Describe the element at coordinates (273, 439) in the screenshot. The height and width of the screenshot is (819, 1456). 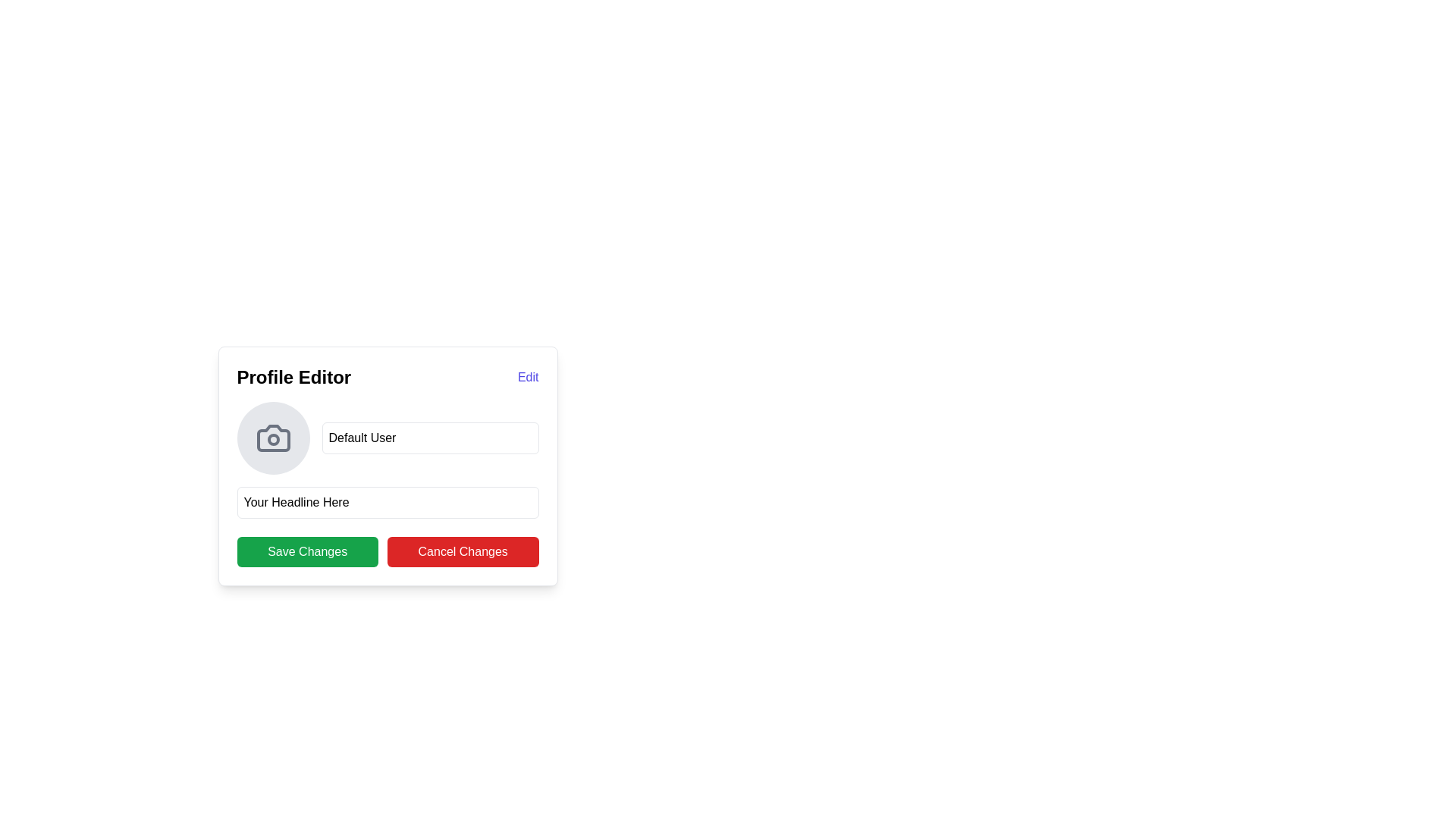
I see `the small circular Decorative SVG shape element that is located at the center of the camera icon in the Profile Editor UI section, which is to the left of the text 'Default User'` at that location.